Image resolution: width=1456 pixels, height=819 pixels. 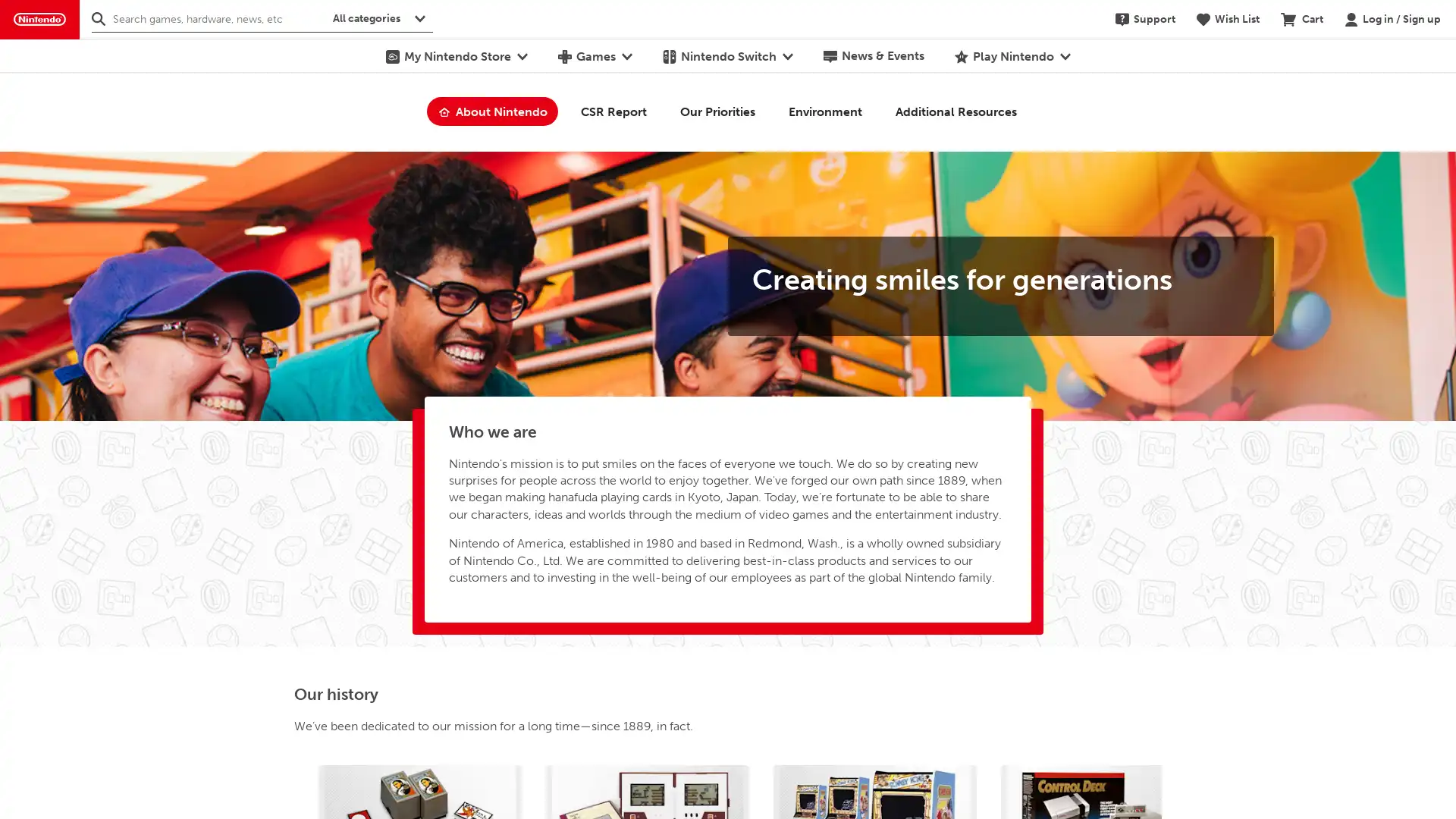 What do you see at coordinates (455, 55) in the screenshot?
I see `My Nintendo Store` at bounding box center [455, 55].